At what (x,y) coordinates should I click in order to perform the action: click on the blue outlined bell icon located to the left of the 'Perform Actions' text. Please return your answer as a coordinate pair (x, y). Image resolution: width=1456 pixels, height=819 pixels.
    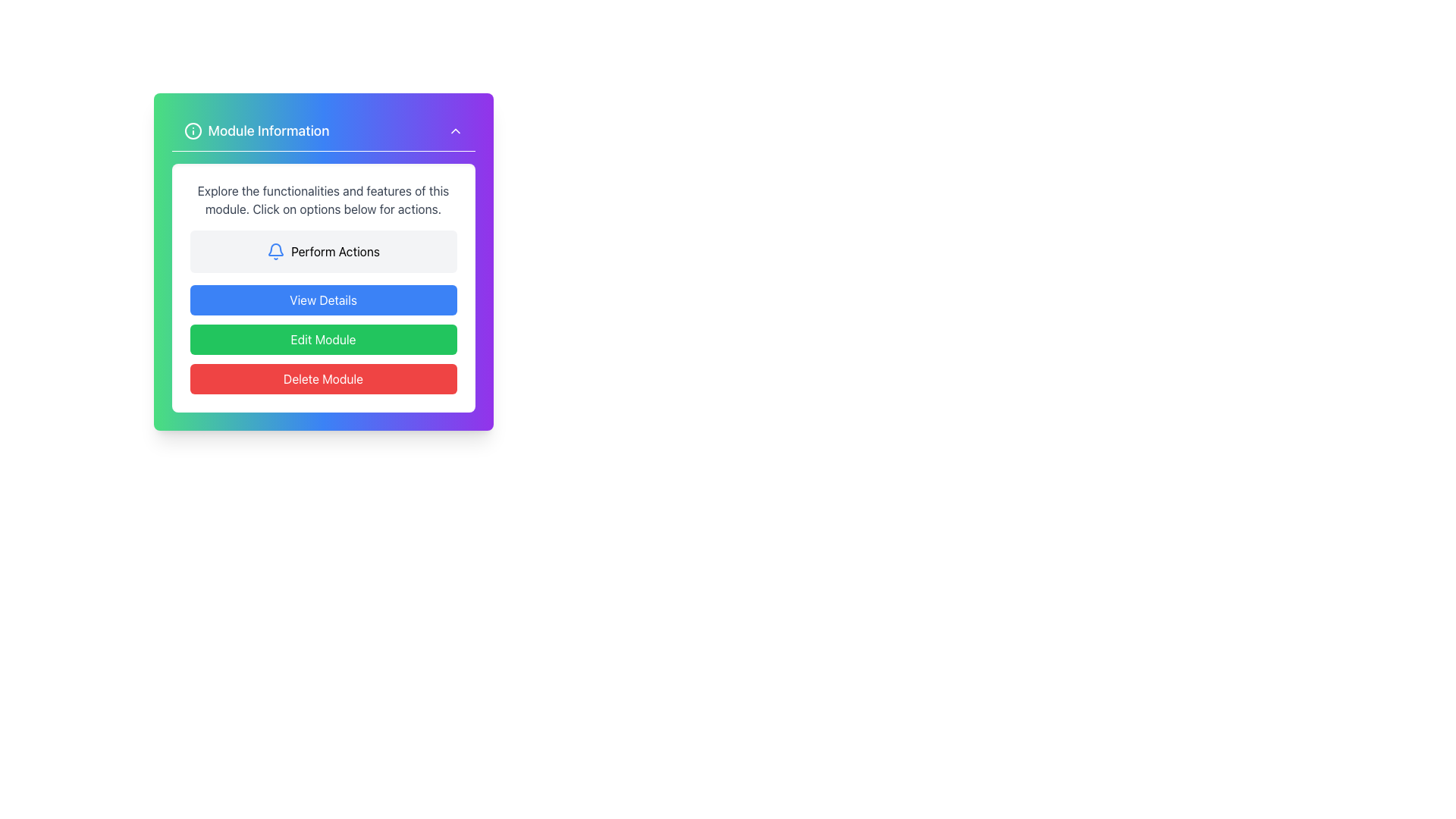
    Looking at the image, I should click on (276, 250).